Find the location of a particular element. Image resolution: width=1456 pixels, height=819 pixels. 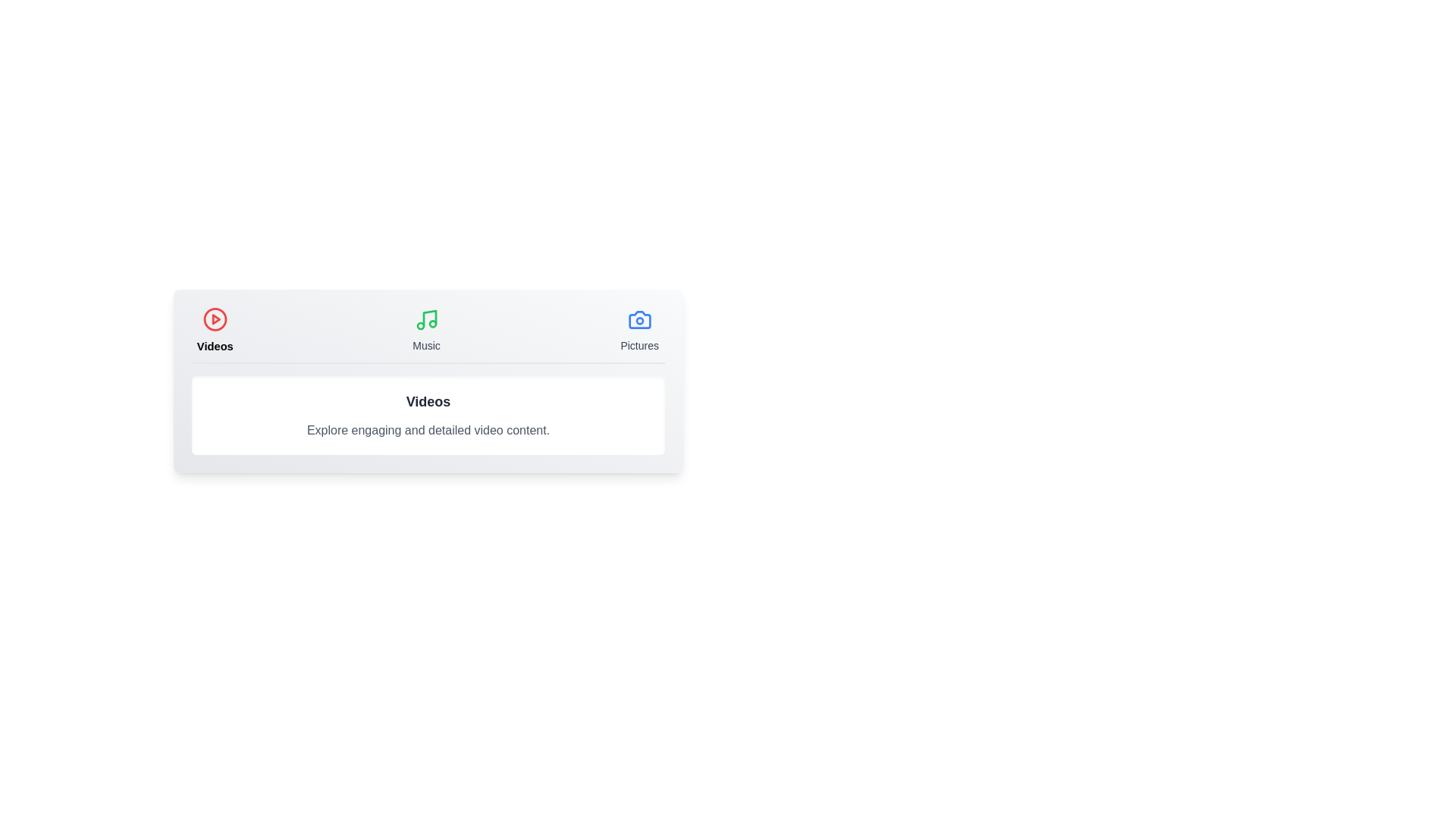

the icon of the Pictures tab to activate it is located at coordinates (639, 318).